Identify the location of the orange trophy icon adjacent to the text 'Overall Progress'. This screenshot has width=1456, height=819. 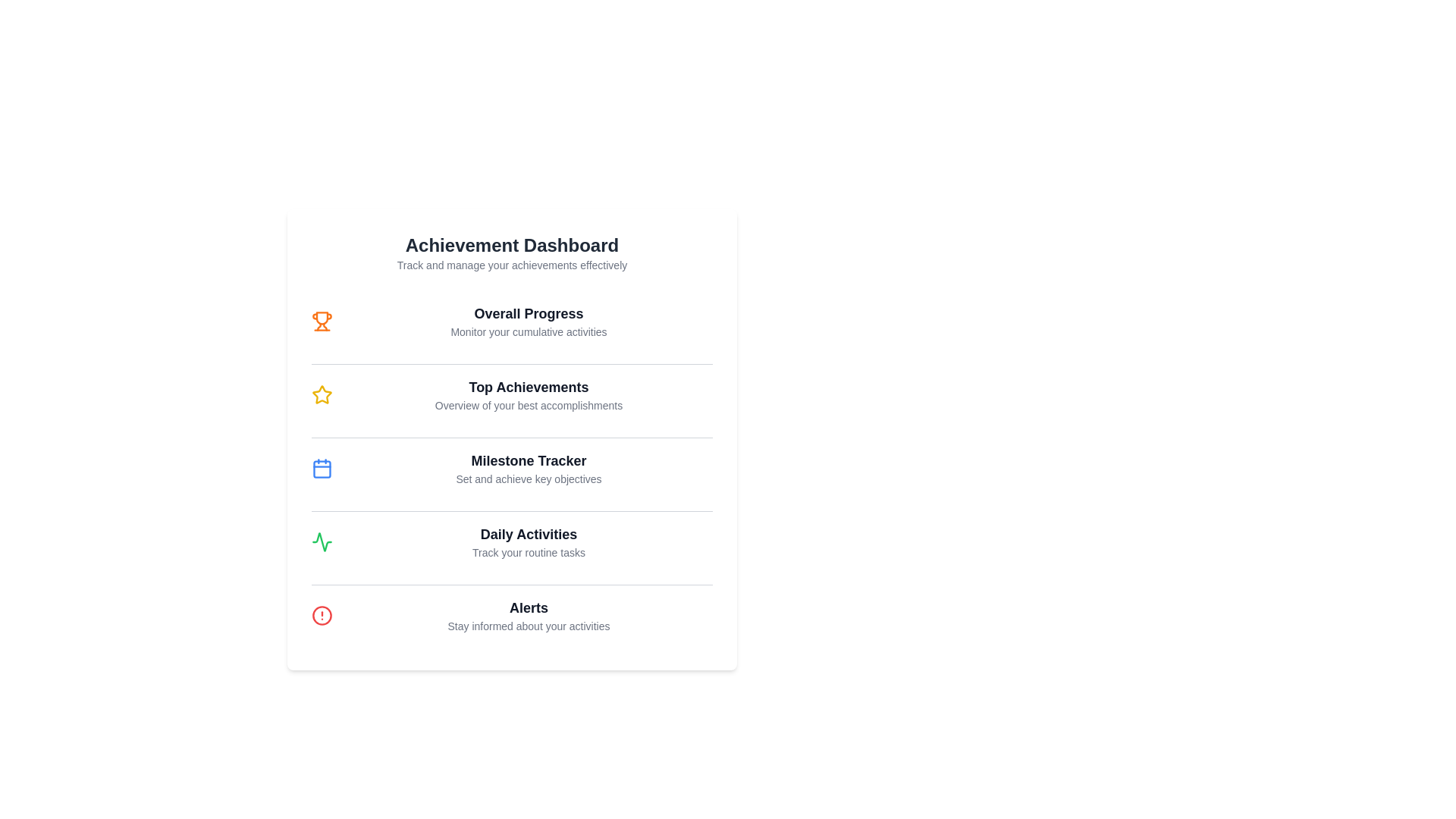
(322, 321).